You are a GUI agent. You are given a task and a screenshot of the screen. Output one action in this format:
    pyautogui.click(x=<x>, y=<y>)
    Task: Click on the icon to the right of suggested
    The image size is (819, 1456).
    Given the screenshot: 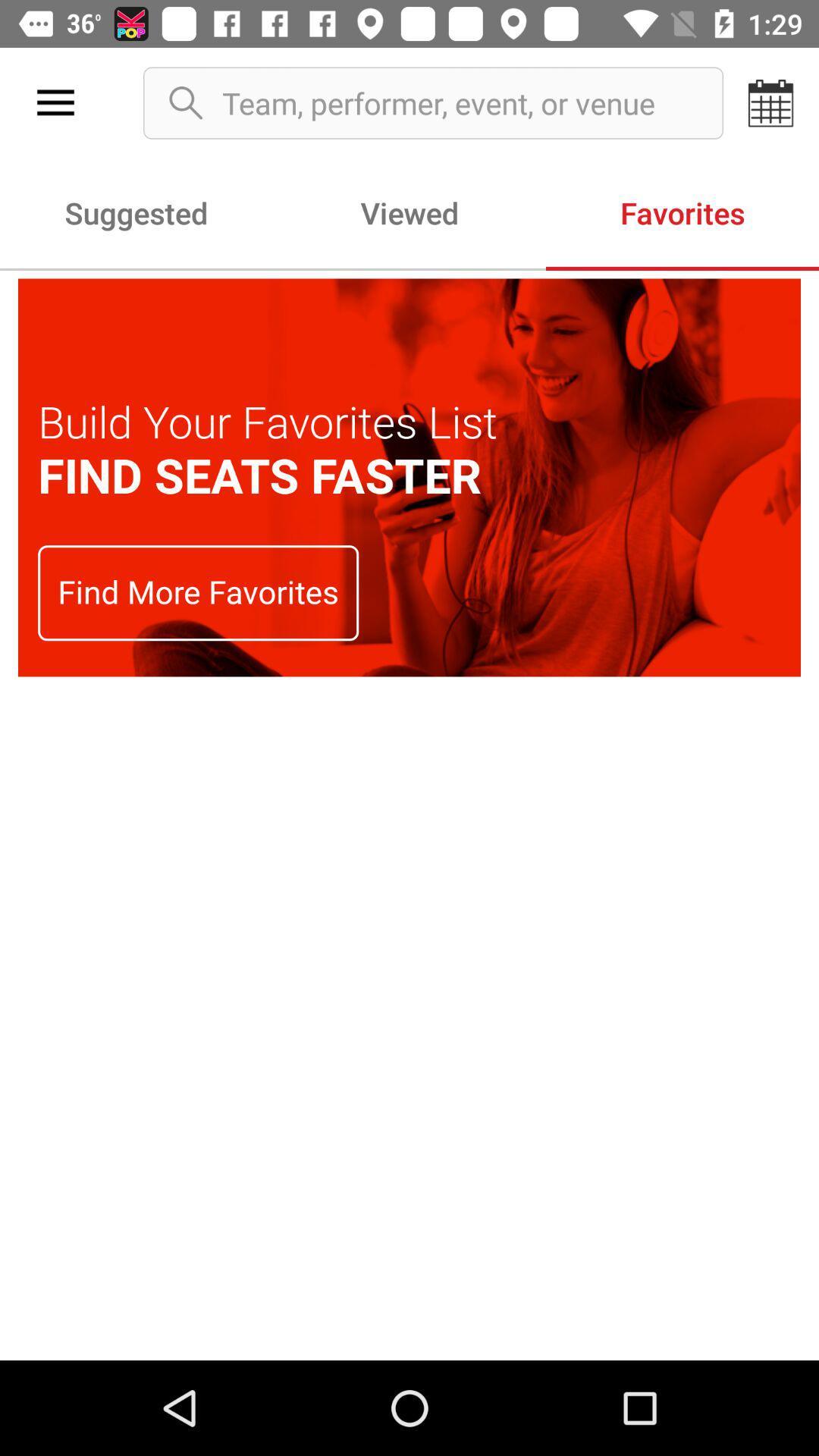 What is the action you would take?
    pyautogui.click(x=409, y=212)
    